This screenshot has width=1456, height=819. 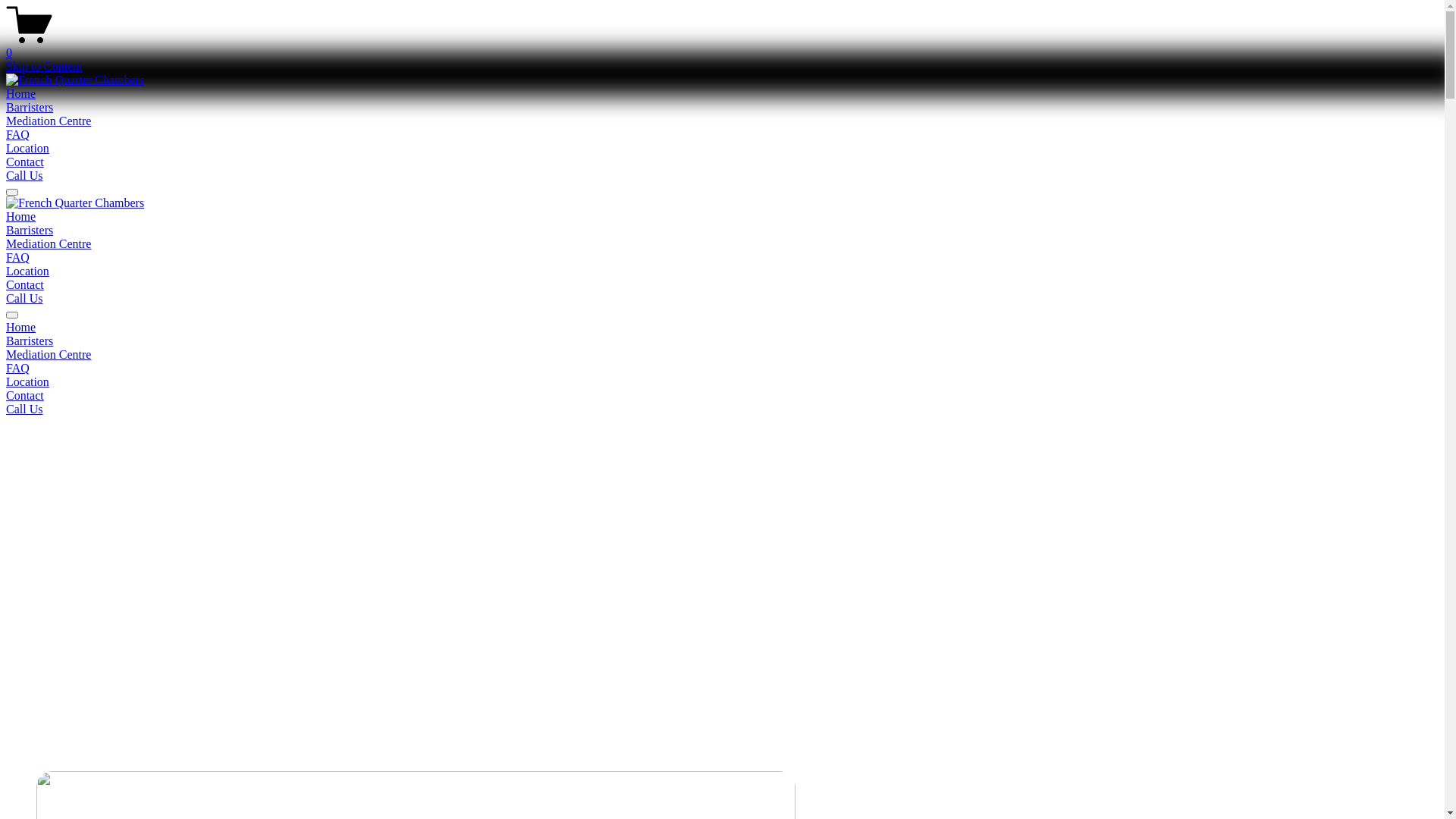 I want to click on 'Location', so click(x=6, y=148).